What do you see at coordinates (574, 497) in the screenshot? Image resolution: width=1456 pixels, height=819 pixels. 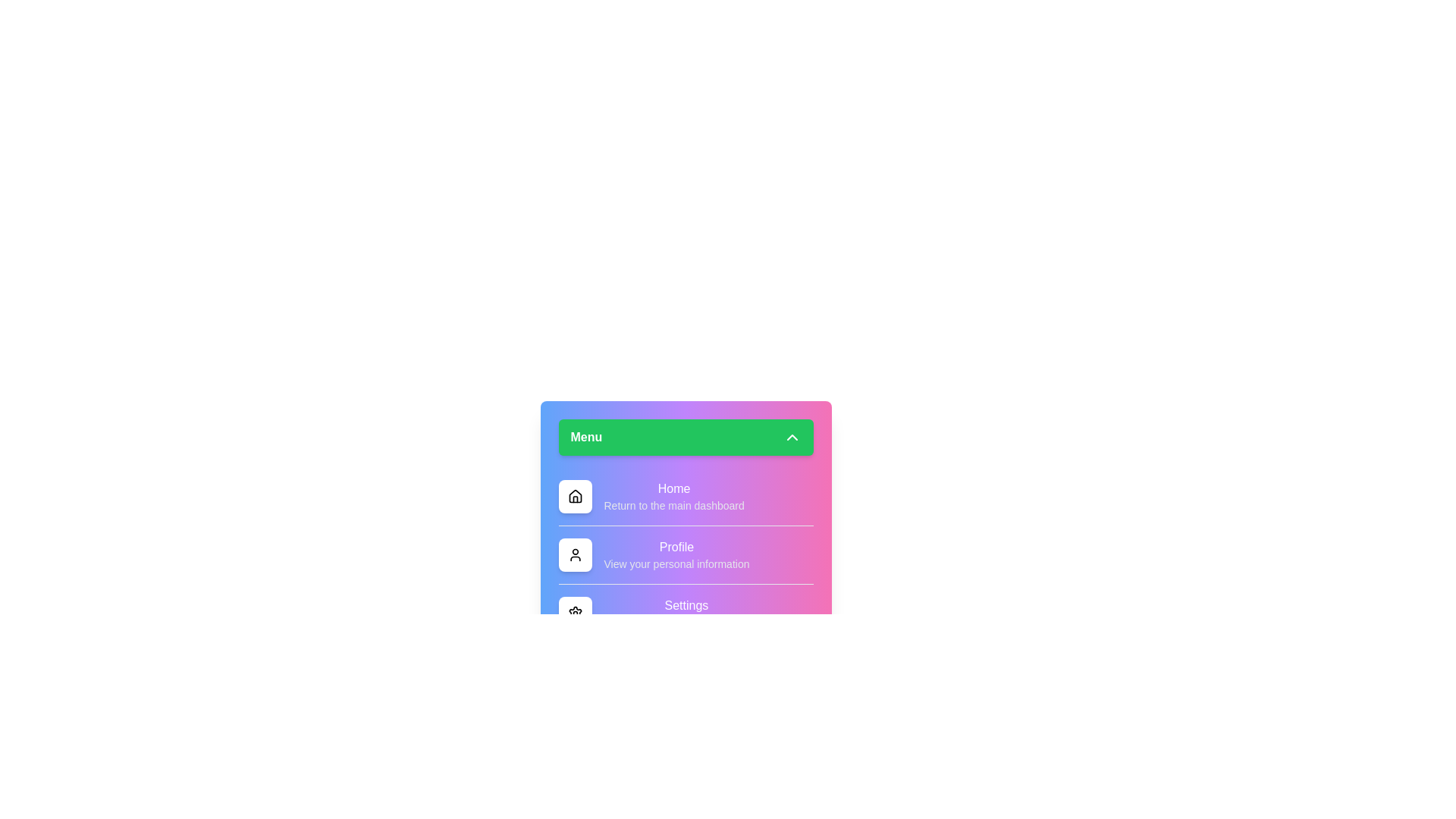 I see `the menu item corresponding to Home` at bounding box center [574, 497].